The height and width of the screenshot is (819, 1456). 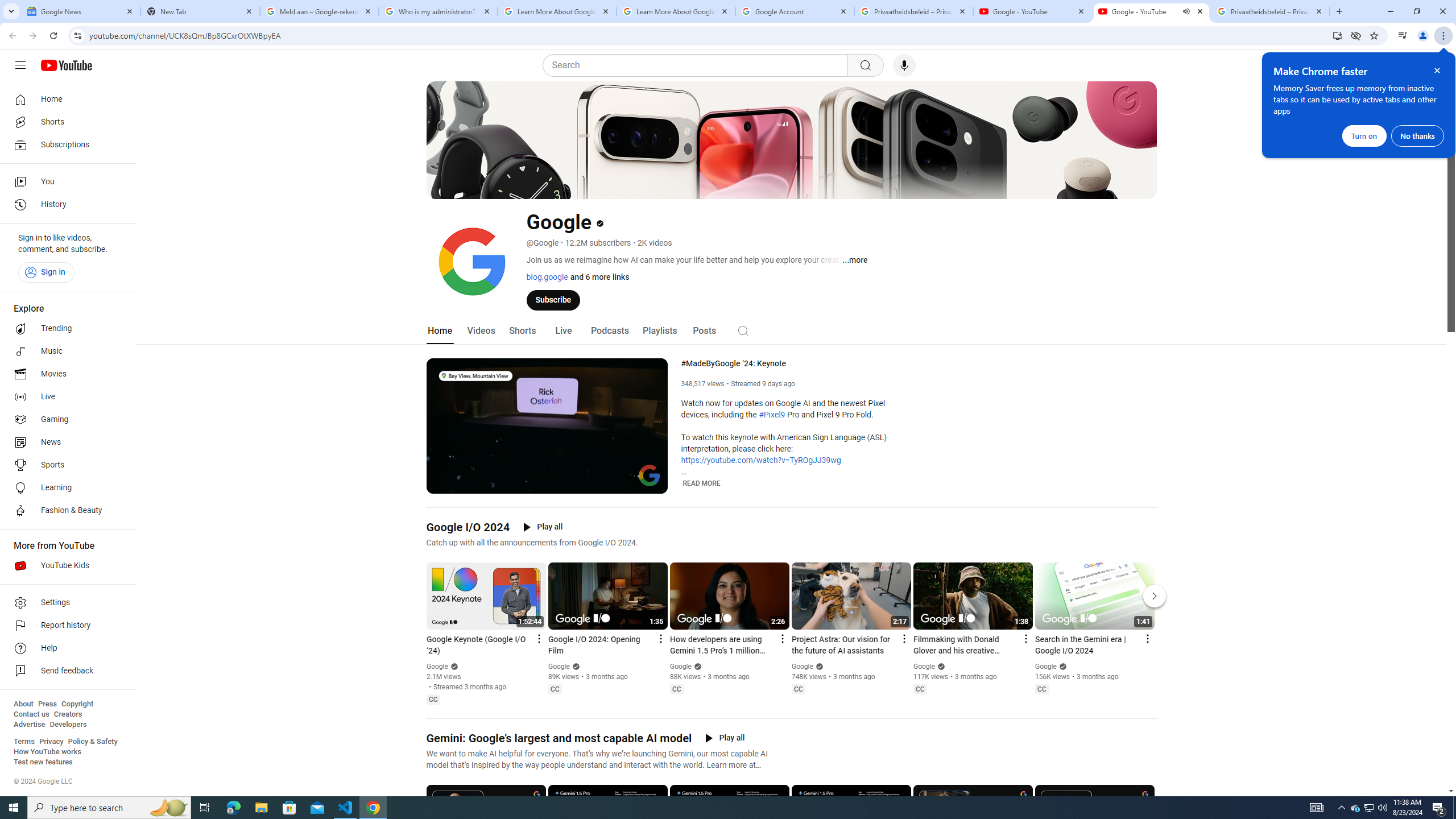 I want to click on 'Fashion & Beauty', so click(x=64, y=510).